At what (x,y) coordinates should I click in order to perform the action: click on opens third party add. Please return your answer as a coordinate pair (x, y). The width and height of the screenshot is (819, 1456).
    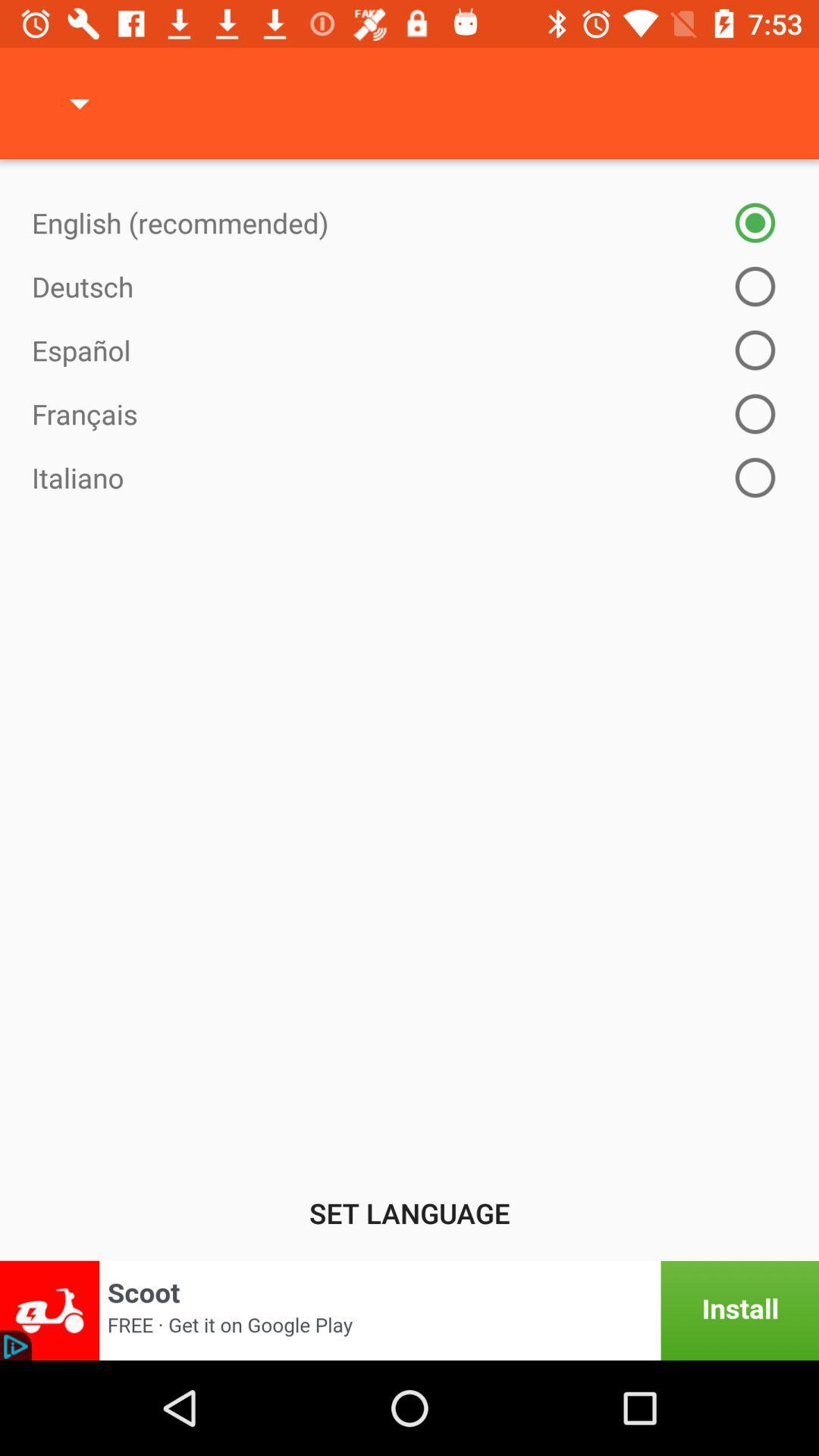
    Looking at the image, I should click on (409, 1310).